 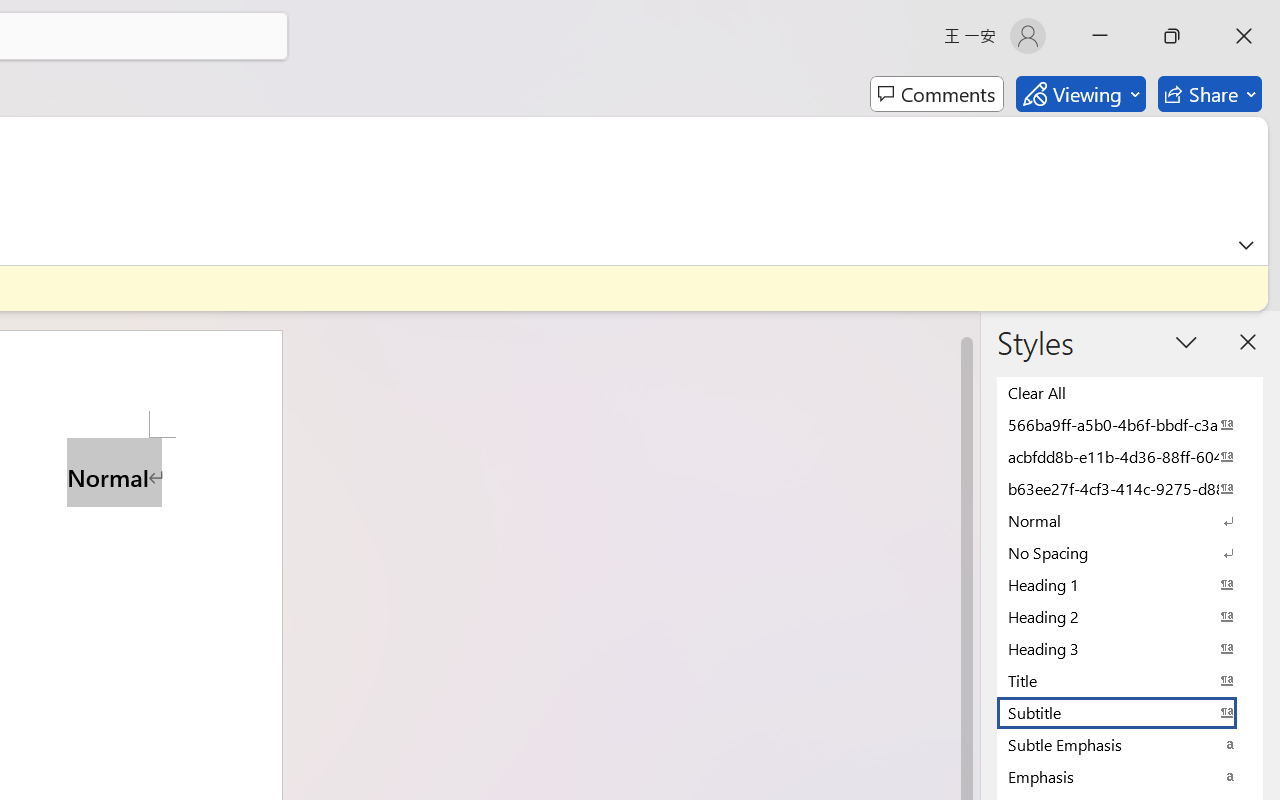 I want to click on 'Task Pane Options', so click(x=1187, y=342).